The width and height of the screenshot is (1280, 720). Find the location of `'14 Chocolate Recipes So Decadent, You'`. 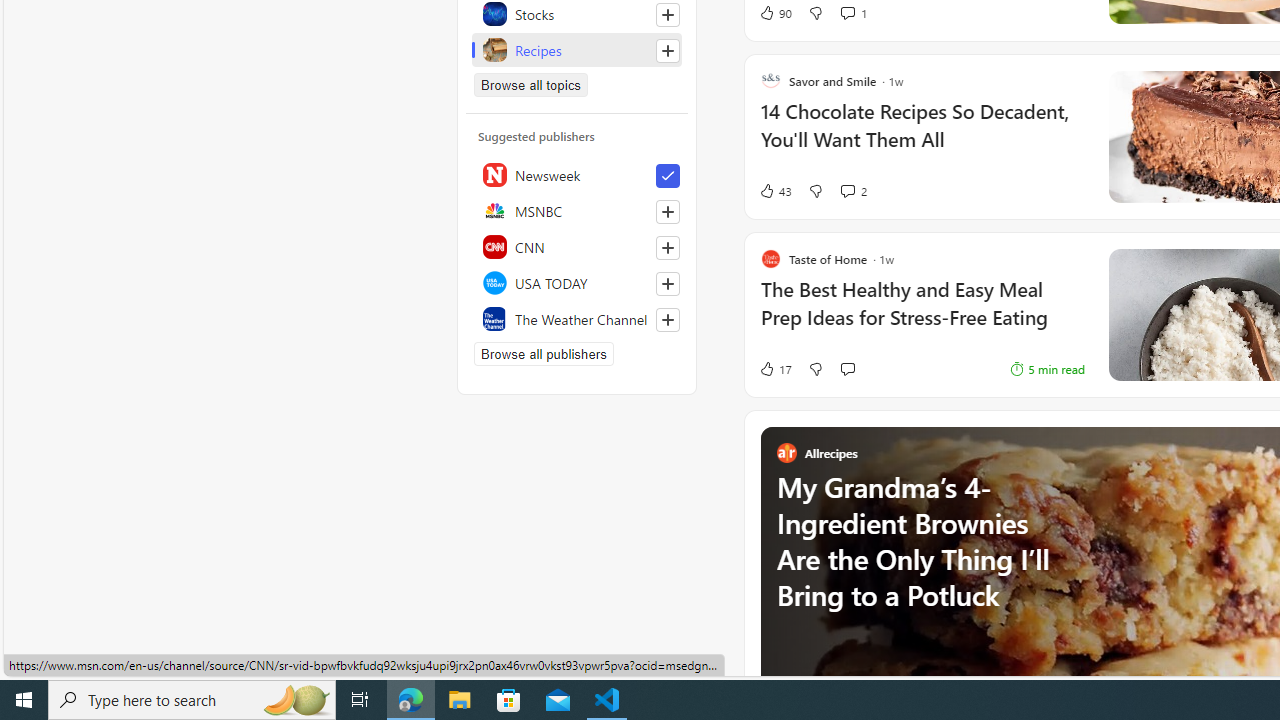

'14 Chocolate Recipes So Decadent, You' is located at coordinates (921, 135).